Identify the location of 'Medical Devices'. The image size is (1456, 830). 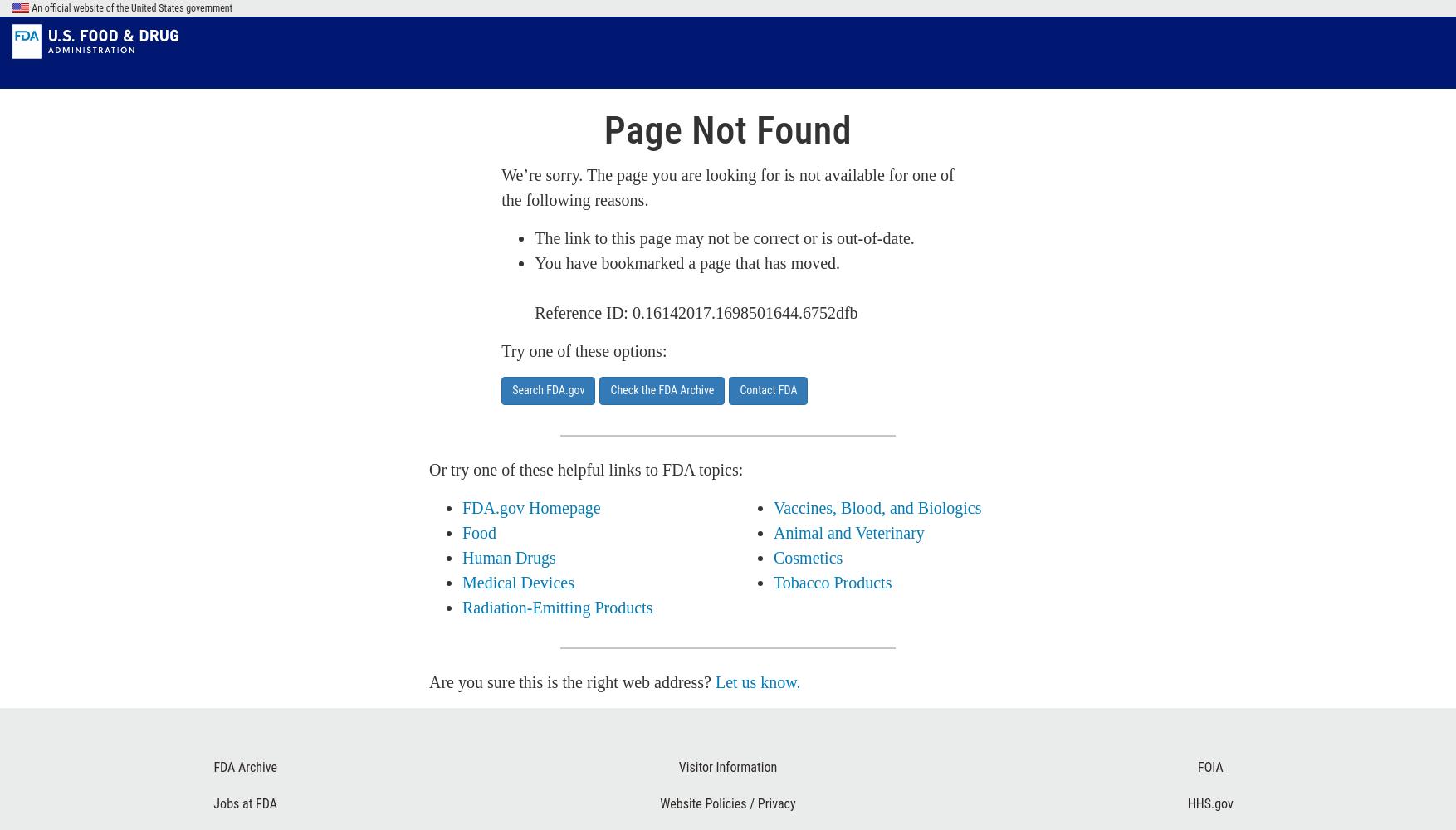
(517, 582).